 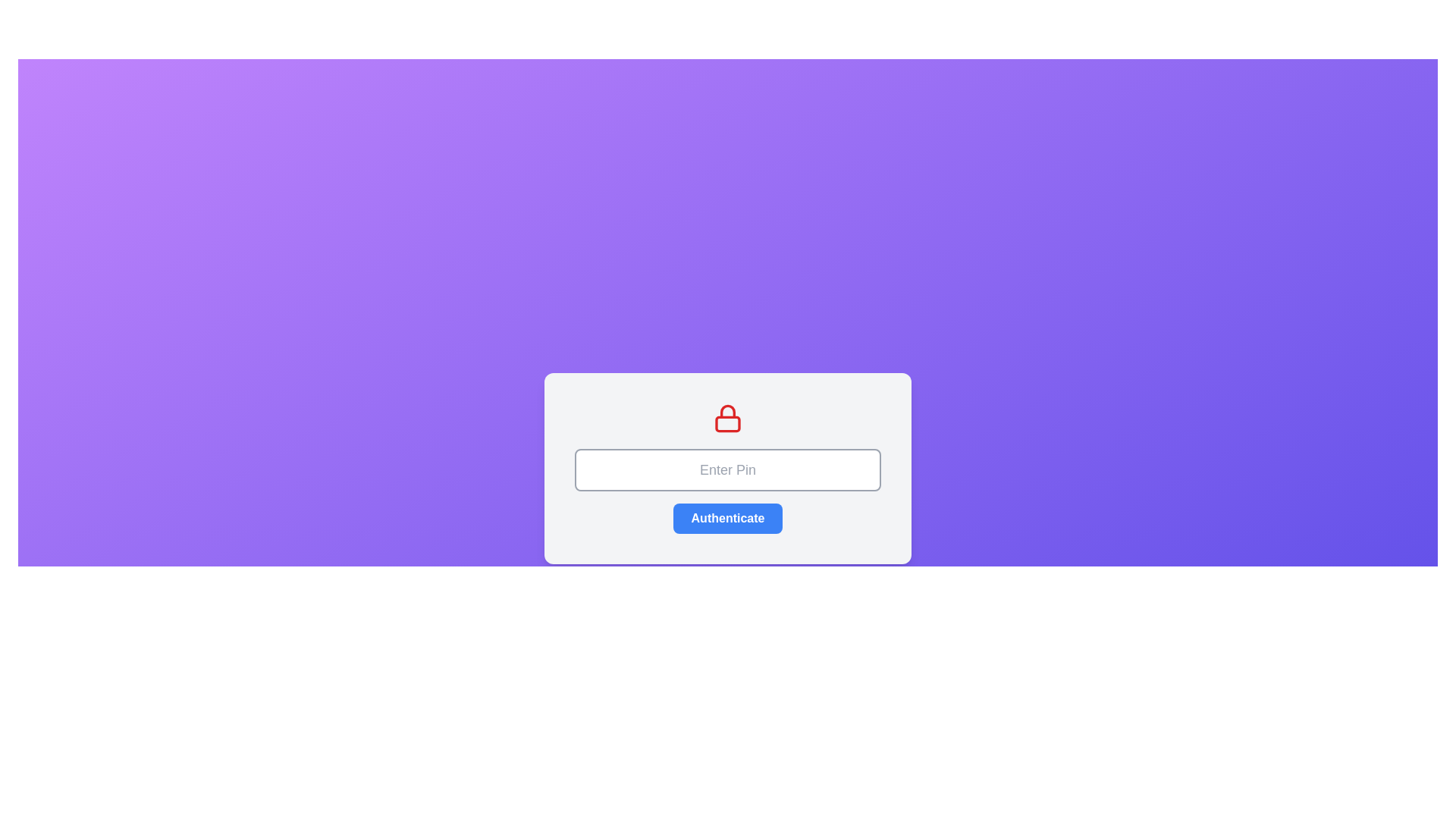 I want to click on the Password input field, which is a rectangular field with rounded corners displaying 'Enter Pin', located in the middle of a white card-like box on a gradient purple background, so click(x=728, y=469).